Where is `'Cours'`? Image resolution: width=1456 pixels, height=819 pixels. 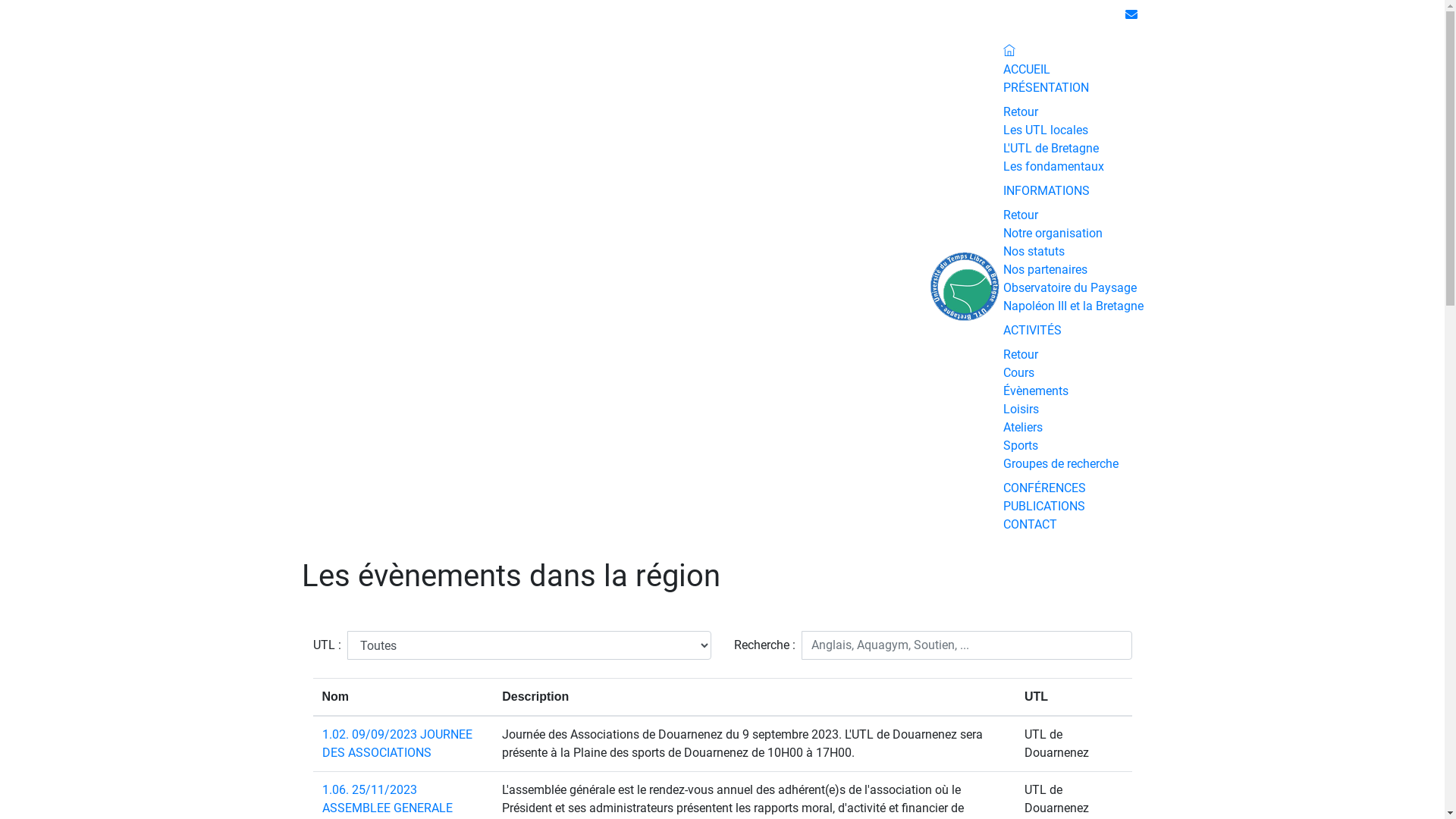 'Cours' is located at coordinates (1018, 372).